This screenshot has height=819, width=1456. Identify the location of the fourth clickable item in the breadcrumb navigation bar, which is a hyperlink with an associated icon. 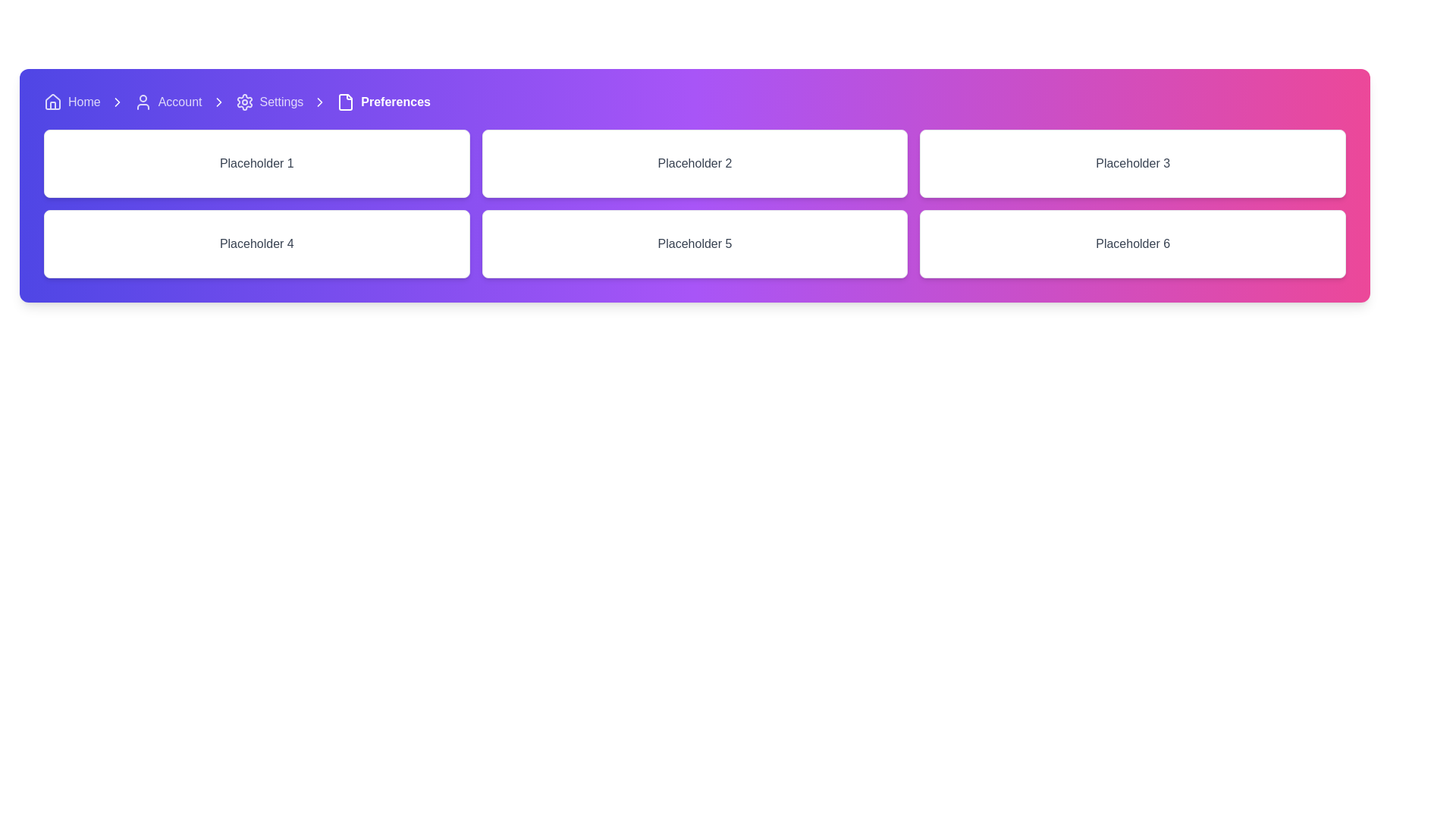
(269, 102).